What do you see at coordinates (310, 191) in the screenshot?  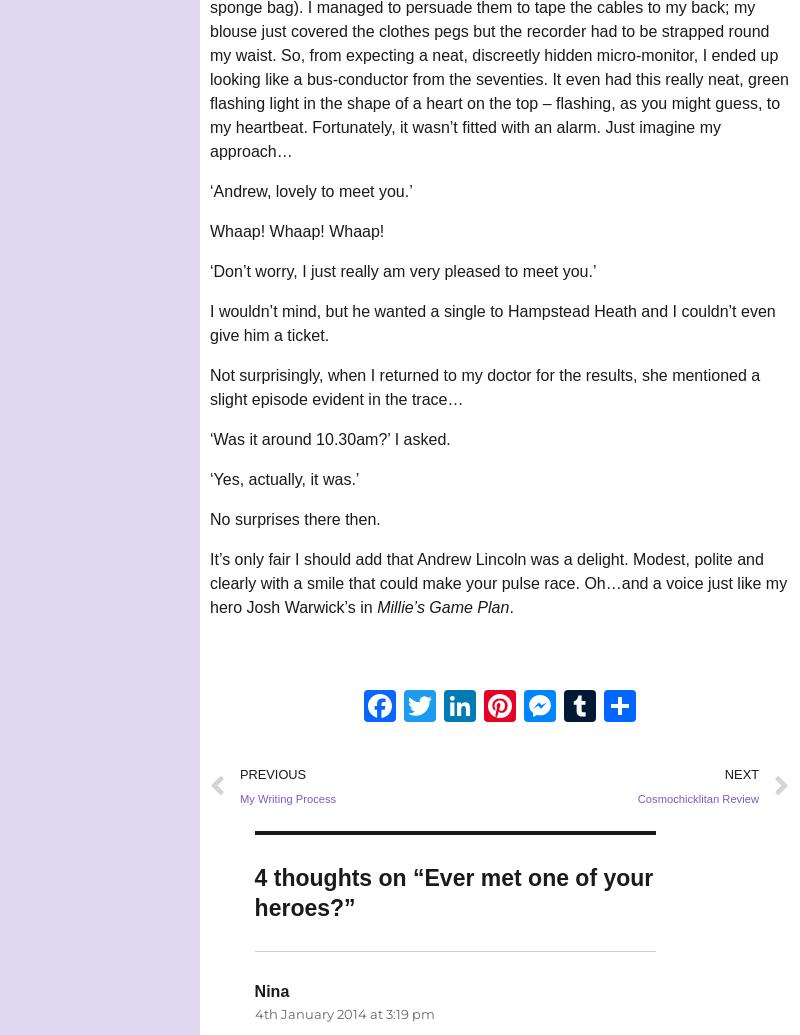 I see `'‘Andrew, lovely to meet you.’'` at bounding box center [310, 191].